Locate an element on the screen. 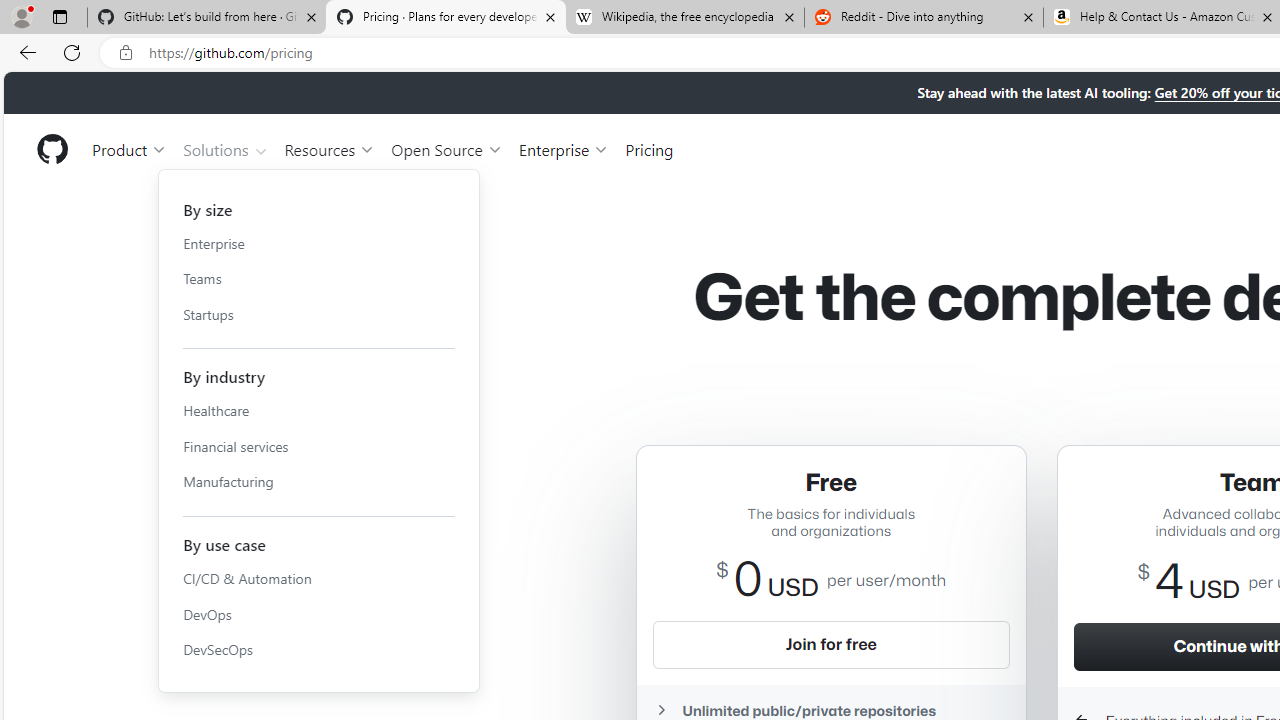  'Wikipedia, the free encyclopedia' is located at coordinates (684, 17).